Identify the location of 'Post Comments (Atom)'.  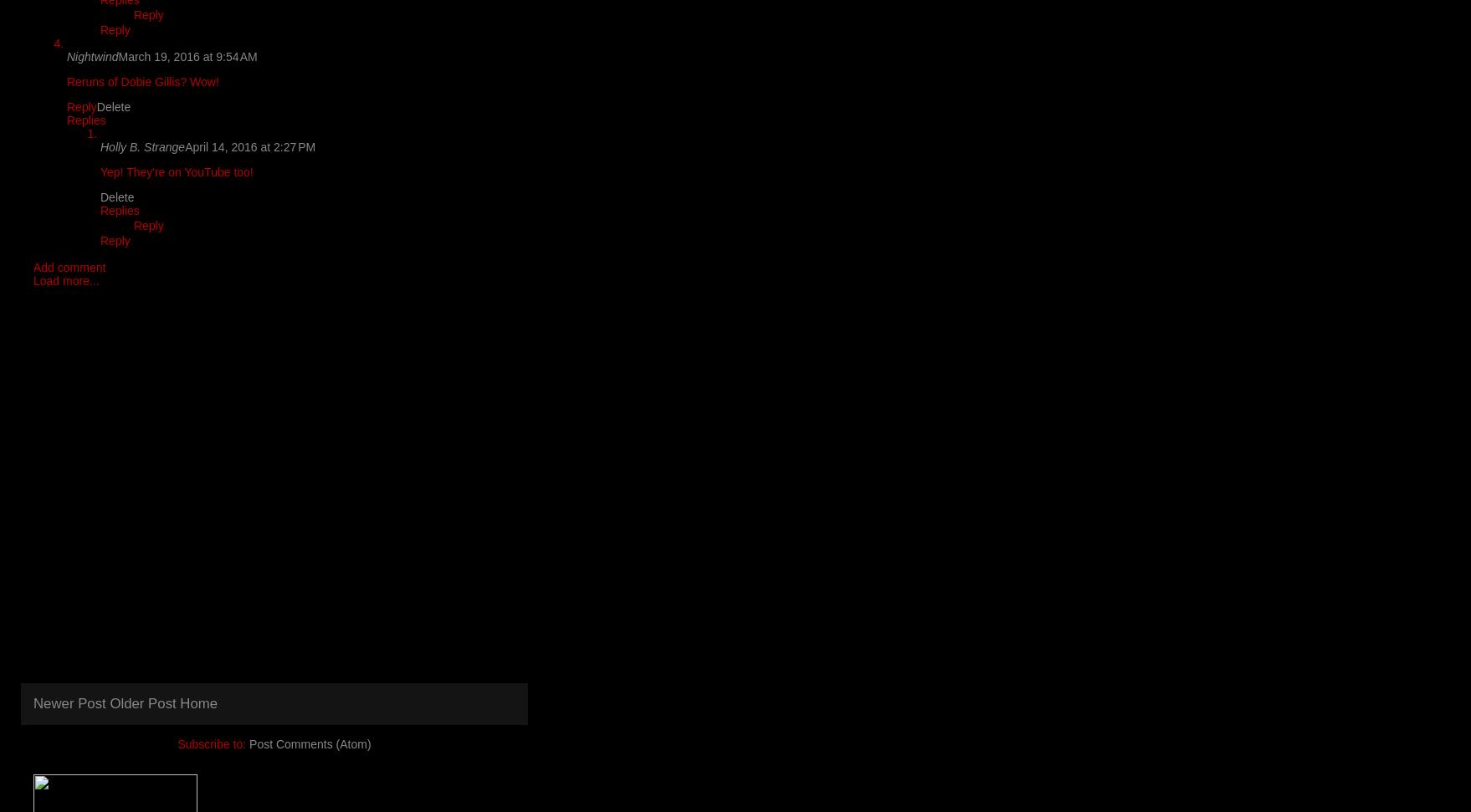
(249, 744).